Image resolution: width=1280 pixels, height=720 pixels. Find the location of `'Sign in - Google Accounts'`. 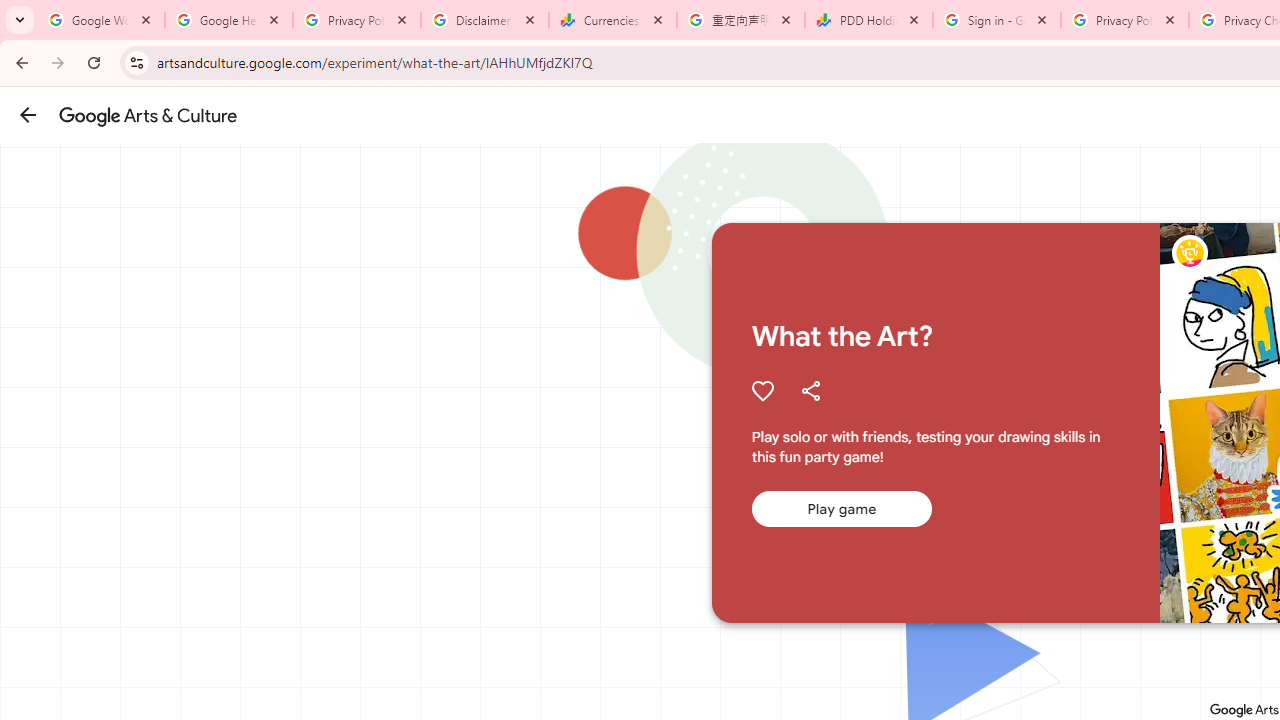

'Sign in - Google Accounts' is located at coordinates (997, 20).